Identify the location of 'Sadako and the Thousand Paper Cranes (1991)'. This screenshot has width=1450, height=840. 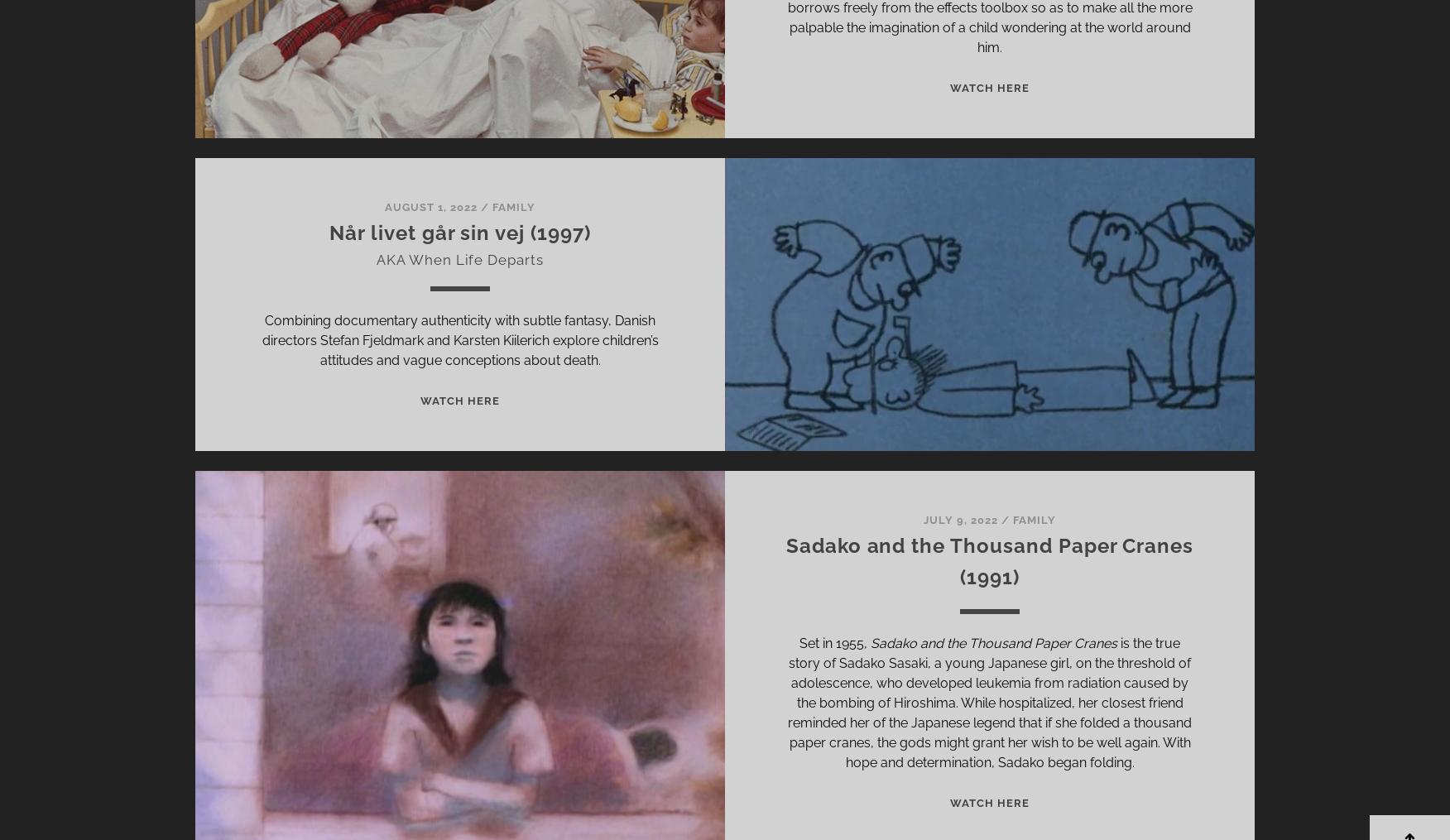
(989, 562).